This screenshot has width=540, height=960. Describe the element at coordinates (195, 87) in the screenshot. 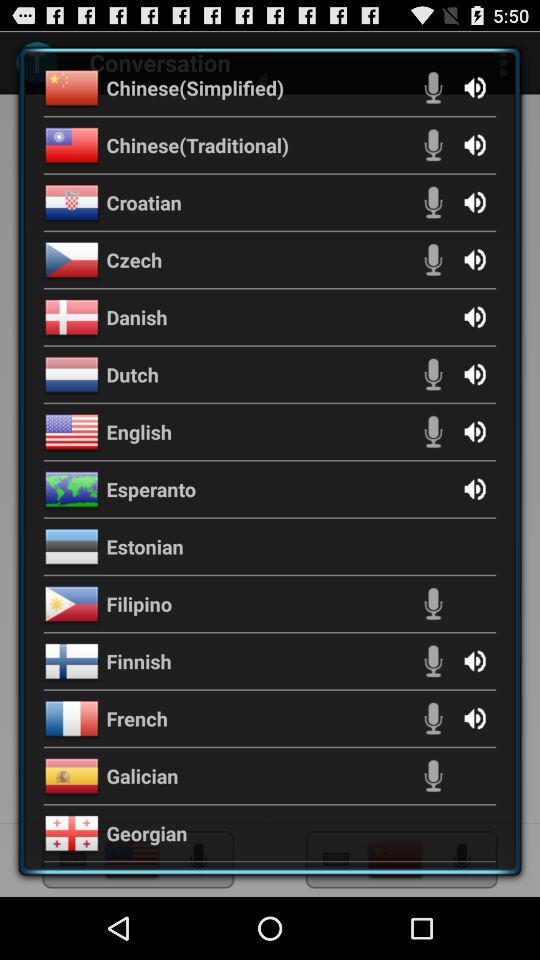

I see `the chinese(simplified) icon` at that location.